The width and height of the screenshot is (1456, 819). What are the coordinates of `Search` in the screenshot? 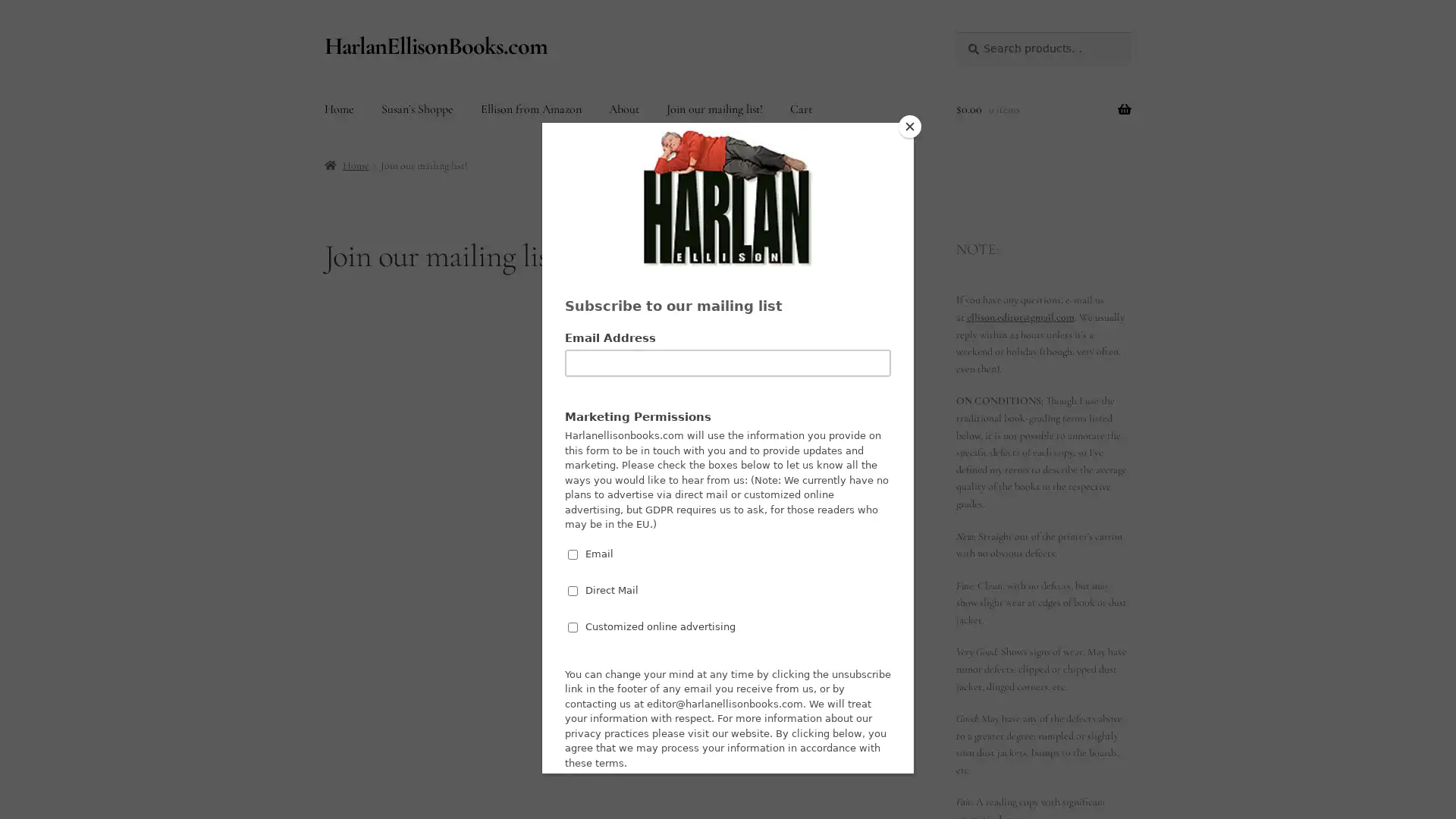 It's located at (954, 30).